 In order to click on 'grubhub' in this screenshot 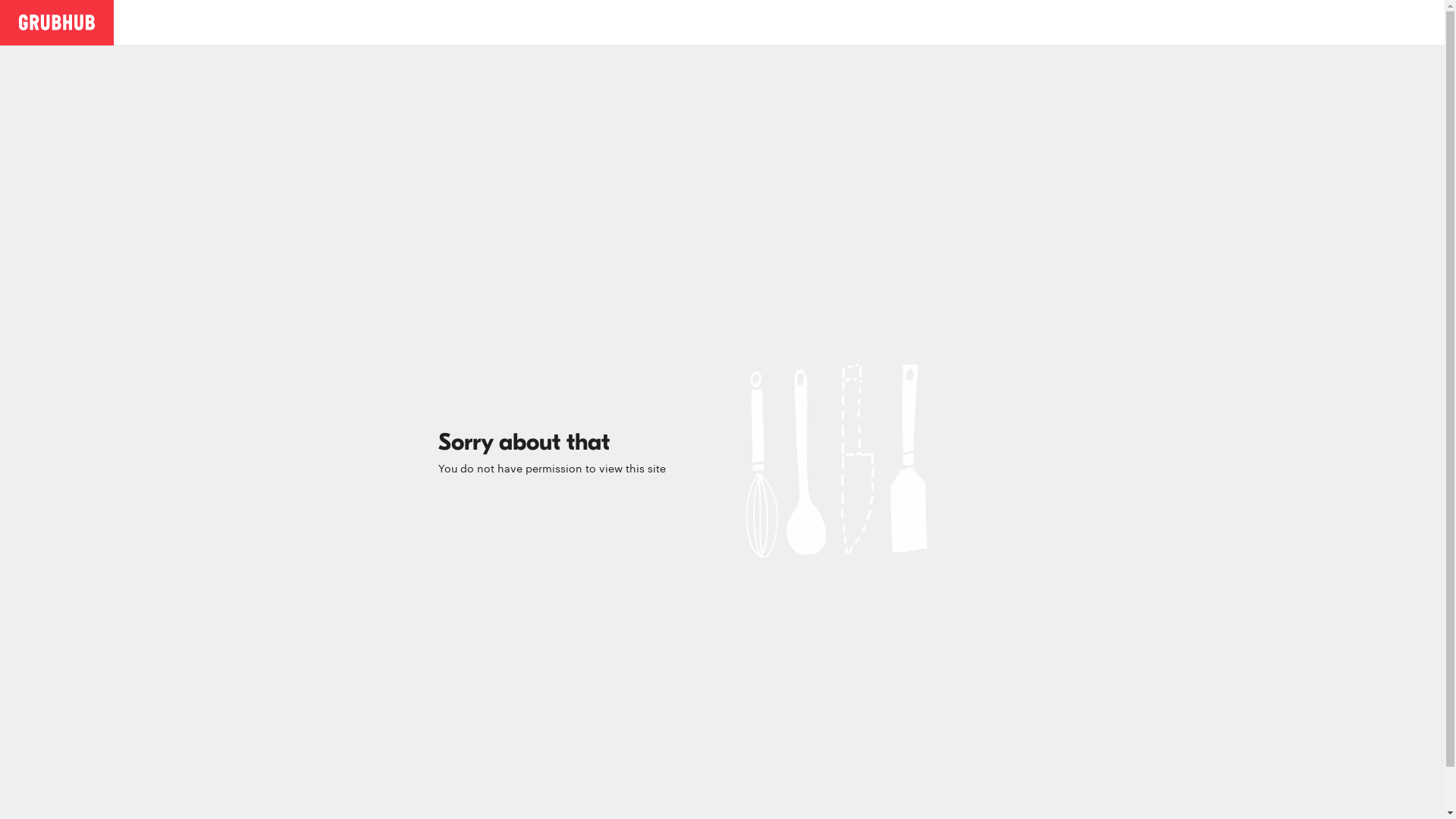, I will do `click(57, 21)`.